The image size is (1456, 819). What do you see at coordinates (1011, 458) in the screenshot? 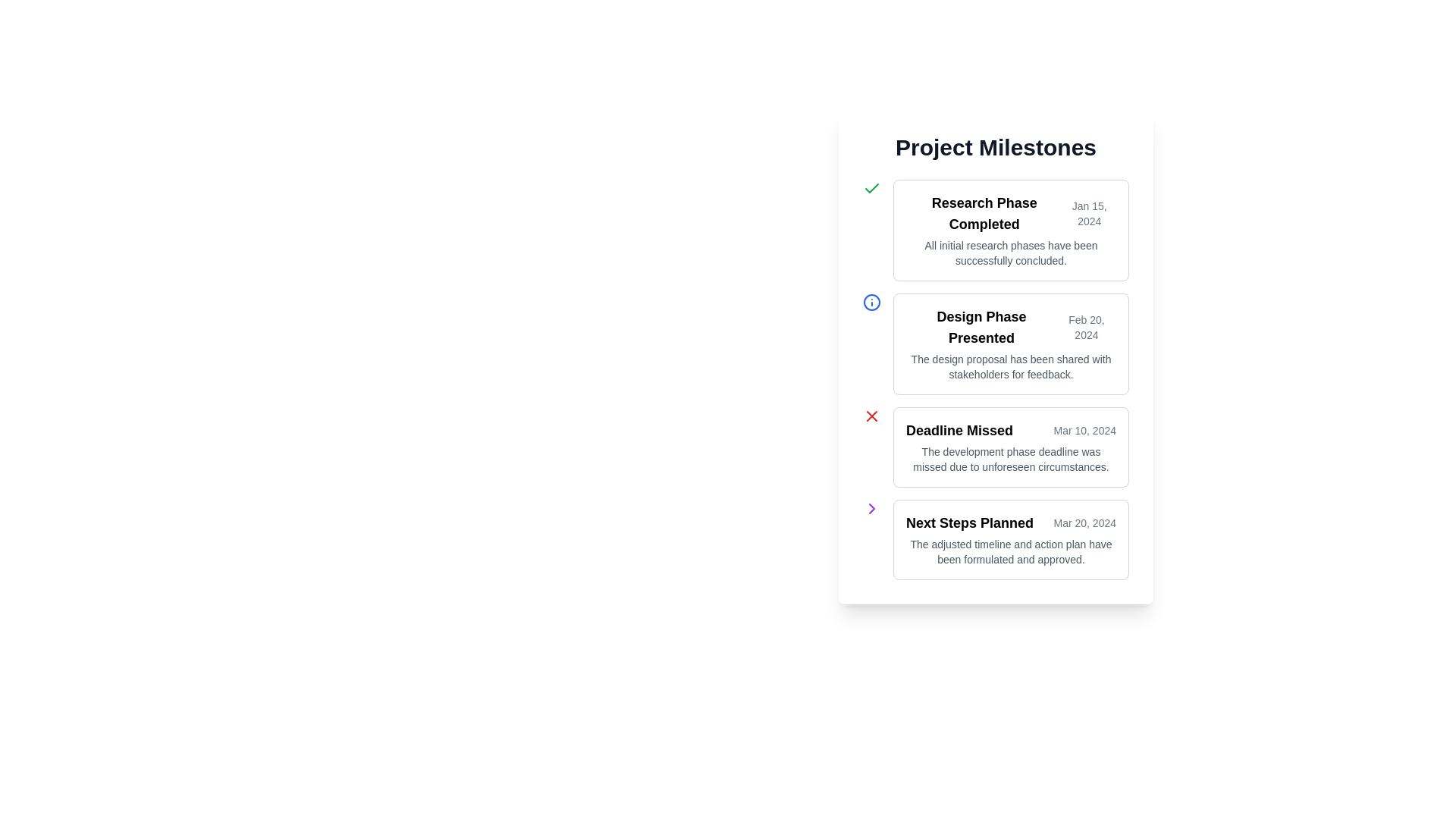
I see `descriptive text located below the title 'Deadline Missed' and the date 'Mar 10, 2024' in the third milestone card of the timeline view` at bounding box center [1011, 458].